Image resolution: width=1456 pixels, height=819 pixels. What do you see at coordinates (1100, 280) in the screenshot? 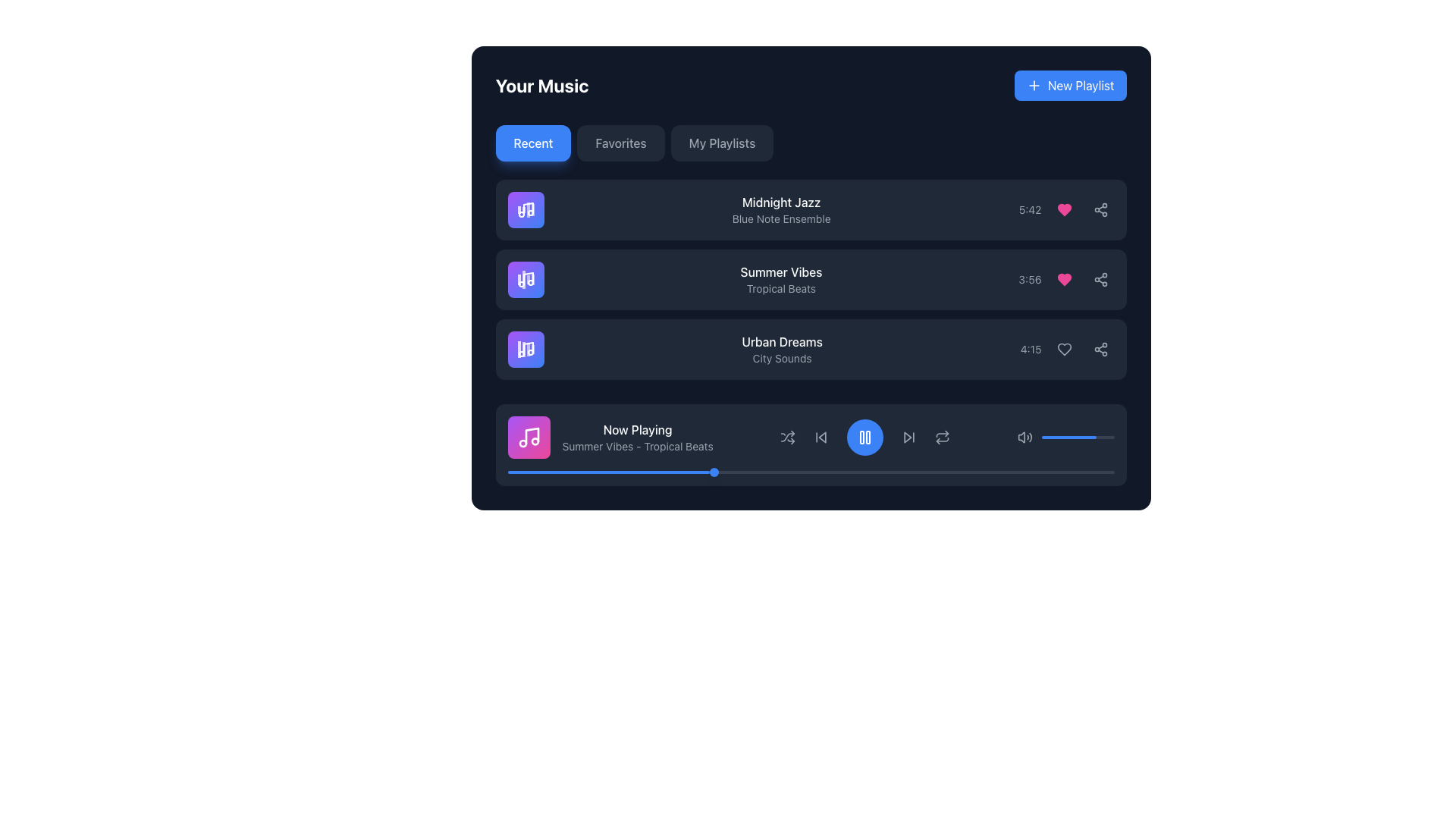
I see `the 'Share' button located at the far right end of the row for the item titled 'Urban Dreams' under the 'Your Music' heading to share the item` at bounding box center [1100, 280].